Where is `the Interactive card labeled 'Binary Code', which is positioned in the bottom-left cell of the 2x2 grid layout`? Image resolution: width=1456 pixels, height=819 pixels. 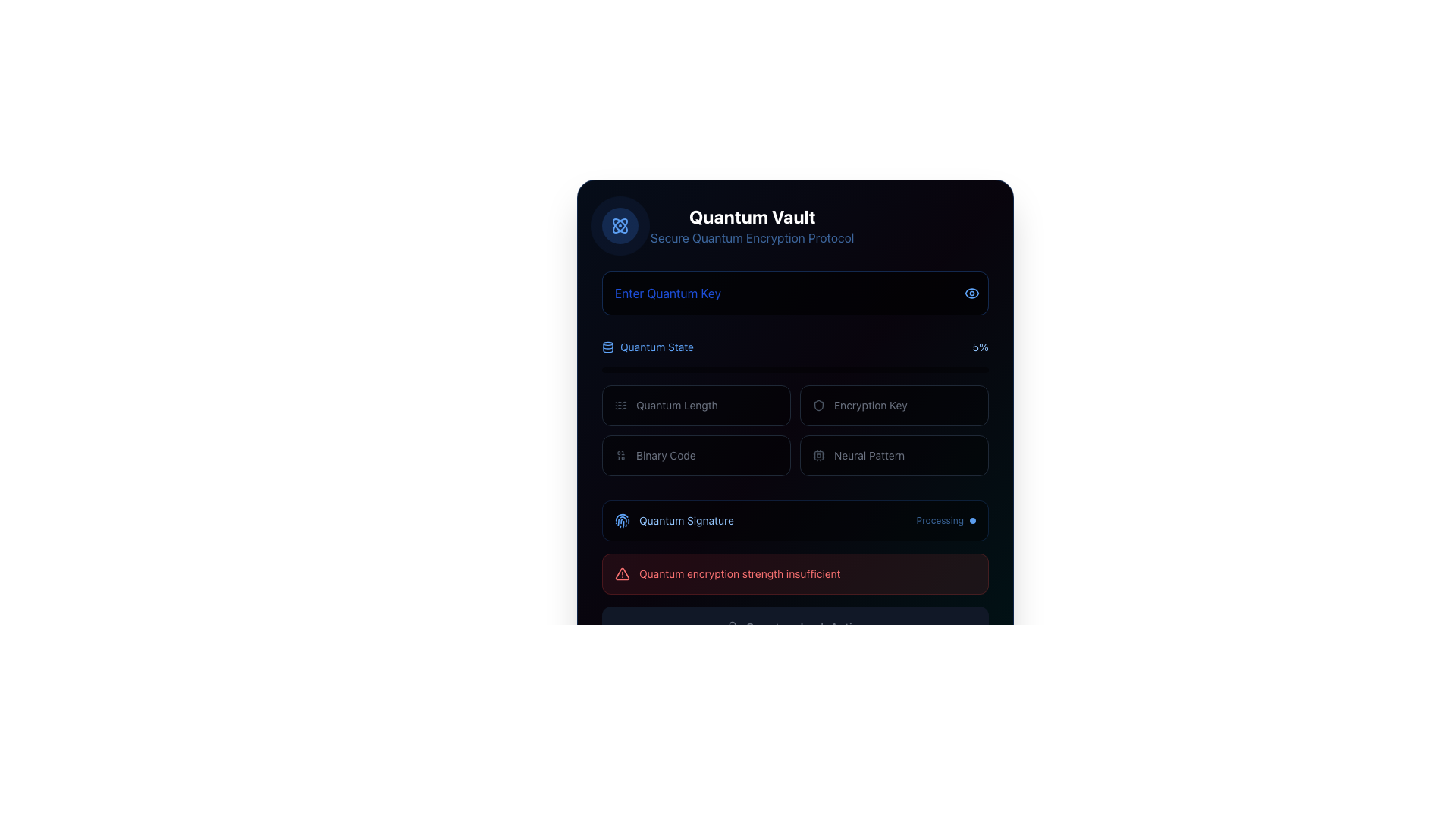 the Interactive card labeled 'Binary Code', which is positioned in the bottom-left cell of the 2x2 grid layout is located at coordinates (695, 455).